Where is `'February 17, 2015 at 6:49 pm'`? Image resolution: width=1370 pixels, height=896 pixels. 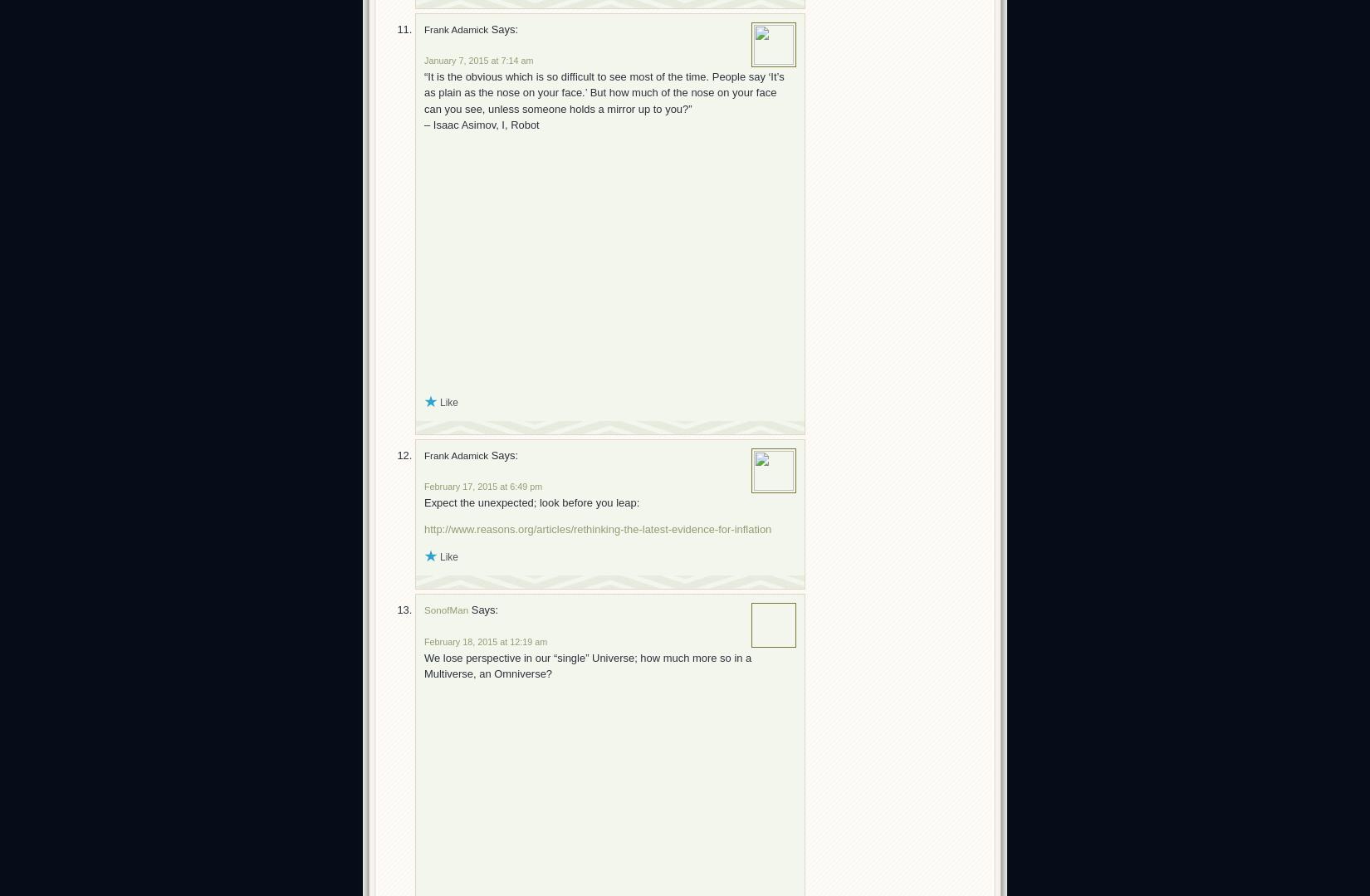 'February 17, 2015 at 6:49 pm' is located at coordinates (482, 486).